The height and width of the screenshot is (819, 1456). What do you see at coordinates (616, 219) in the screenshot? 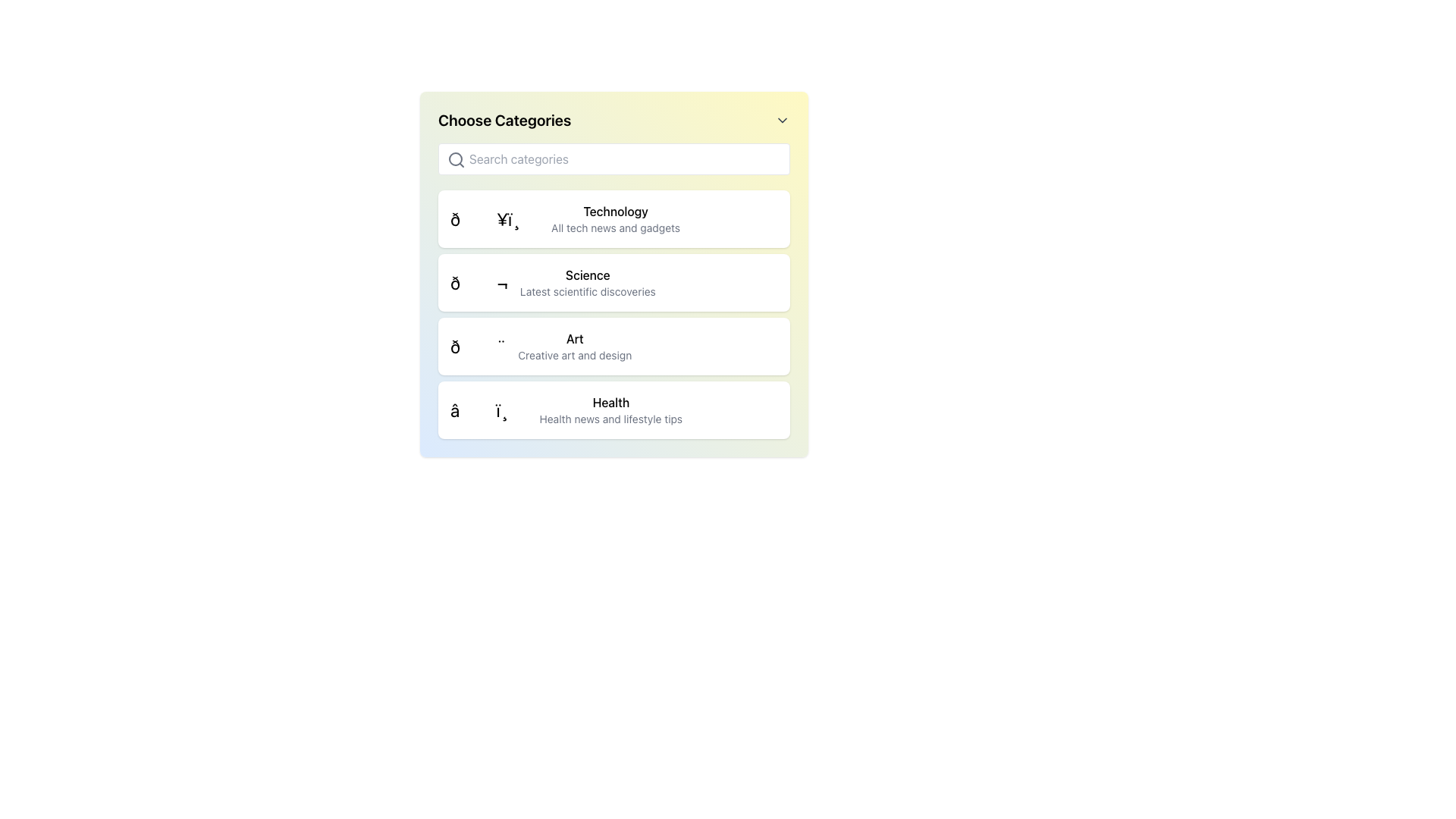
I see `the 'Technology' text content block` at bounding box center [616, 219].